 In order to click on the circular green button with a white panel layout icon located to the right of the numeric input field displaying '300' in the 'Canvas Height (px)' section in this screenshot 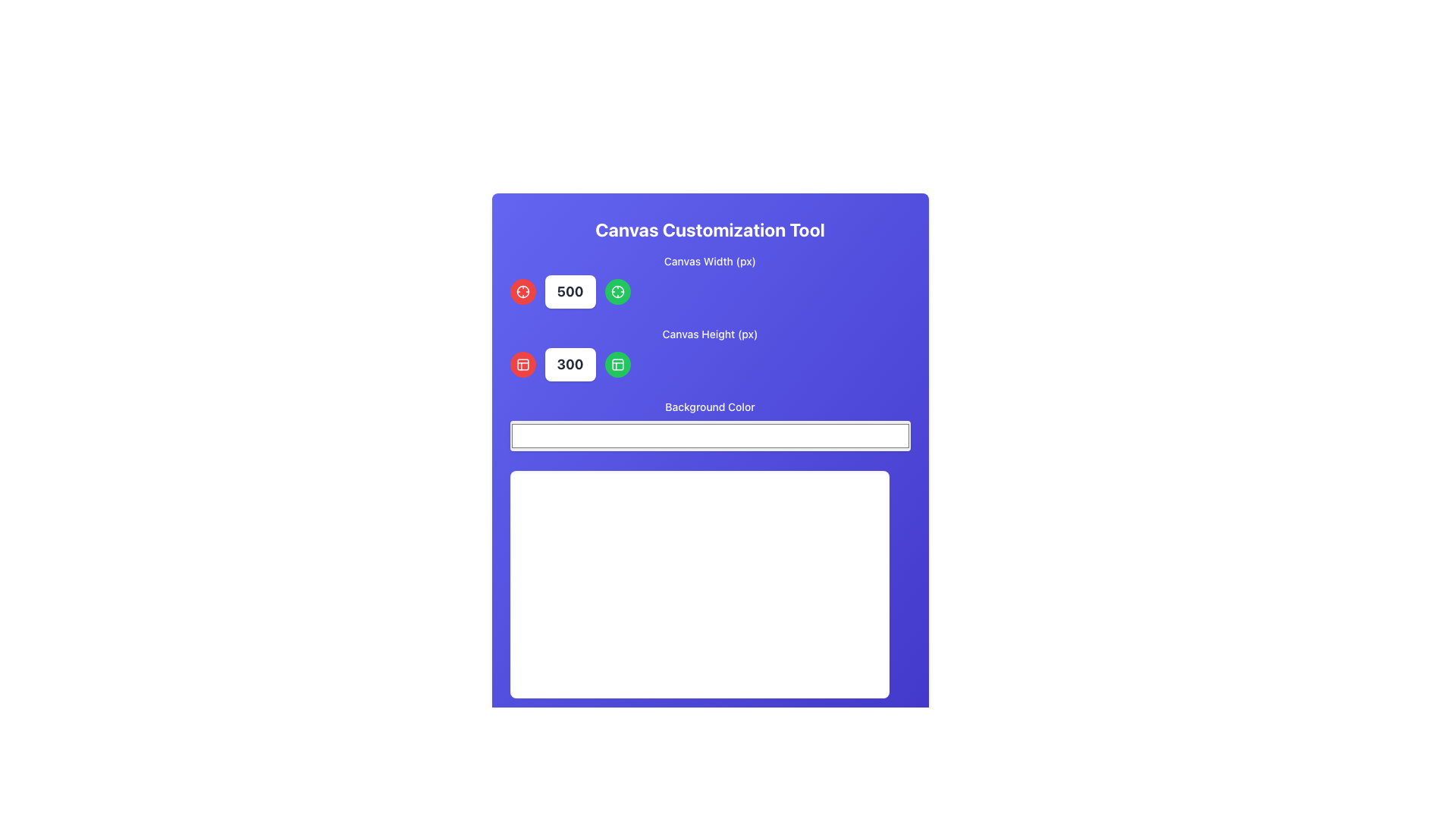, I will do `click(617, 365)`.